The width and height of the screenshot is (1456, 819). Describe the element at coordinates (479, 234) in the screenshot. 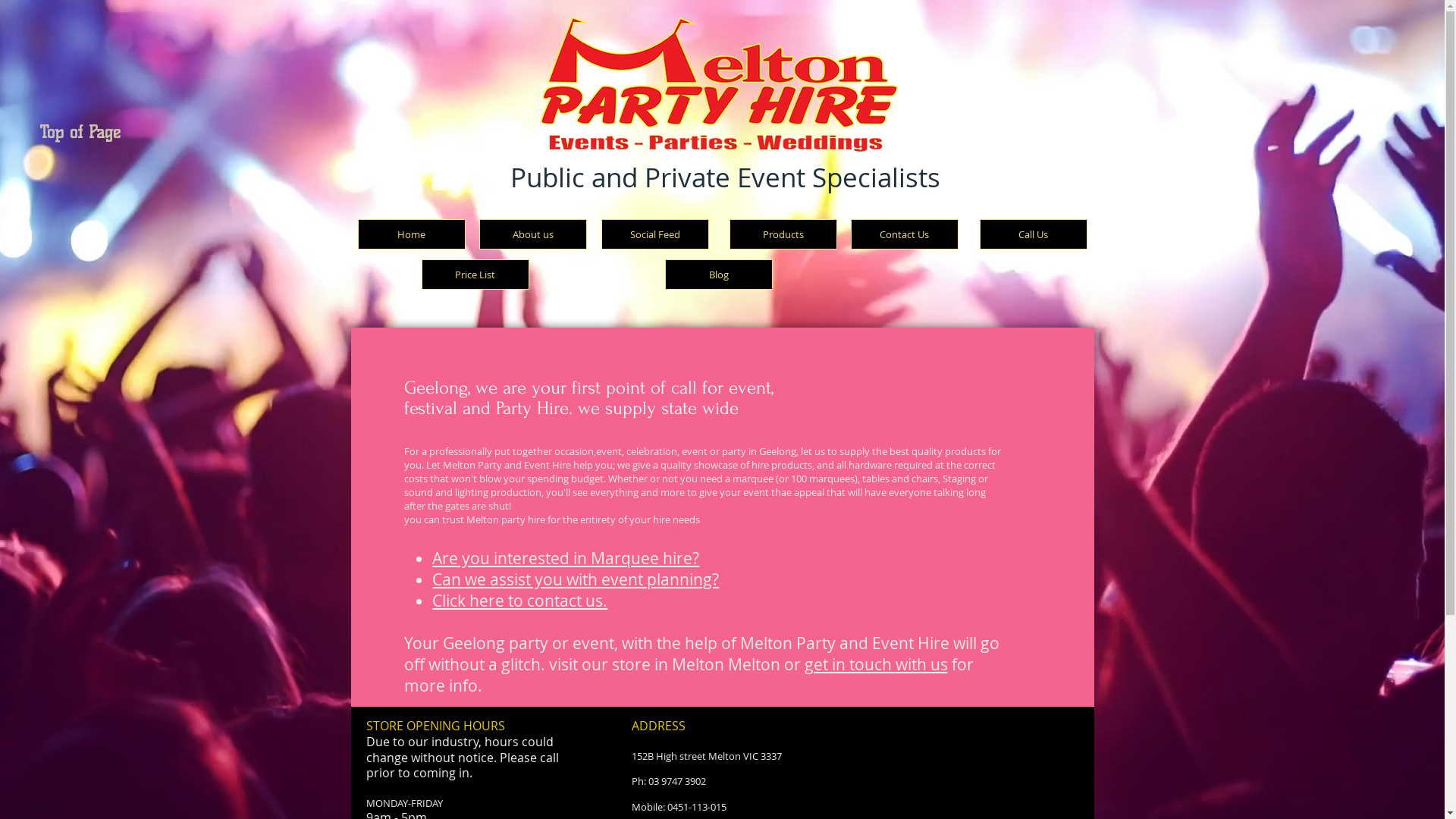

I see `'About us'` at that location.